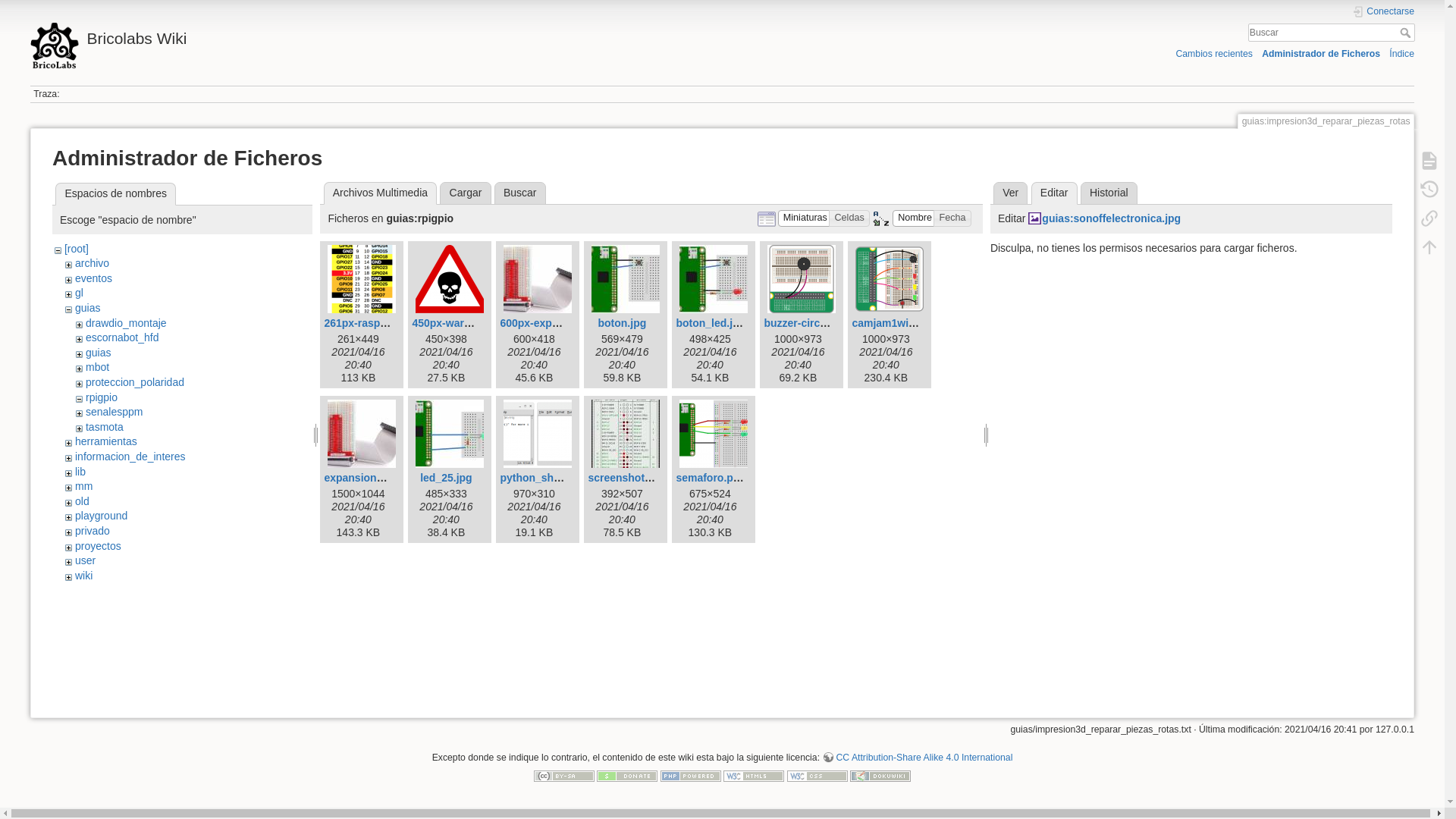 The image size is (1456, 819). Describe the element at coordinates (1429, 246) in the screenshot. I see `'Volver arriba [t]'` at that location.